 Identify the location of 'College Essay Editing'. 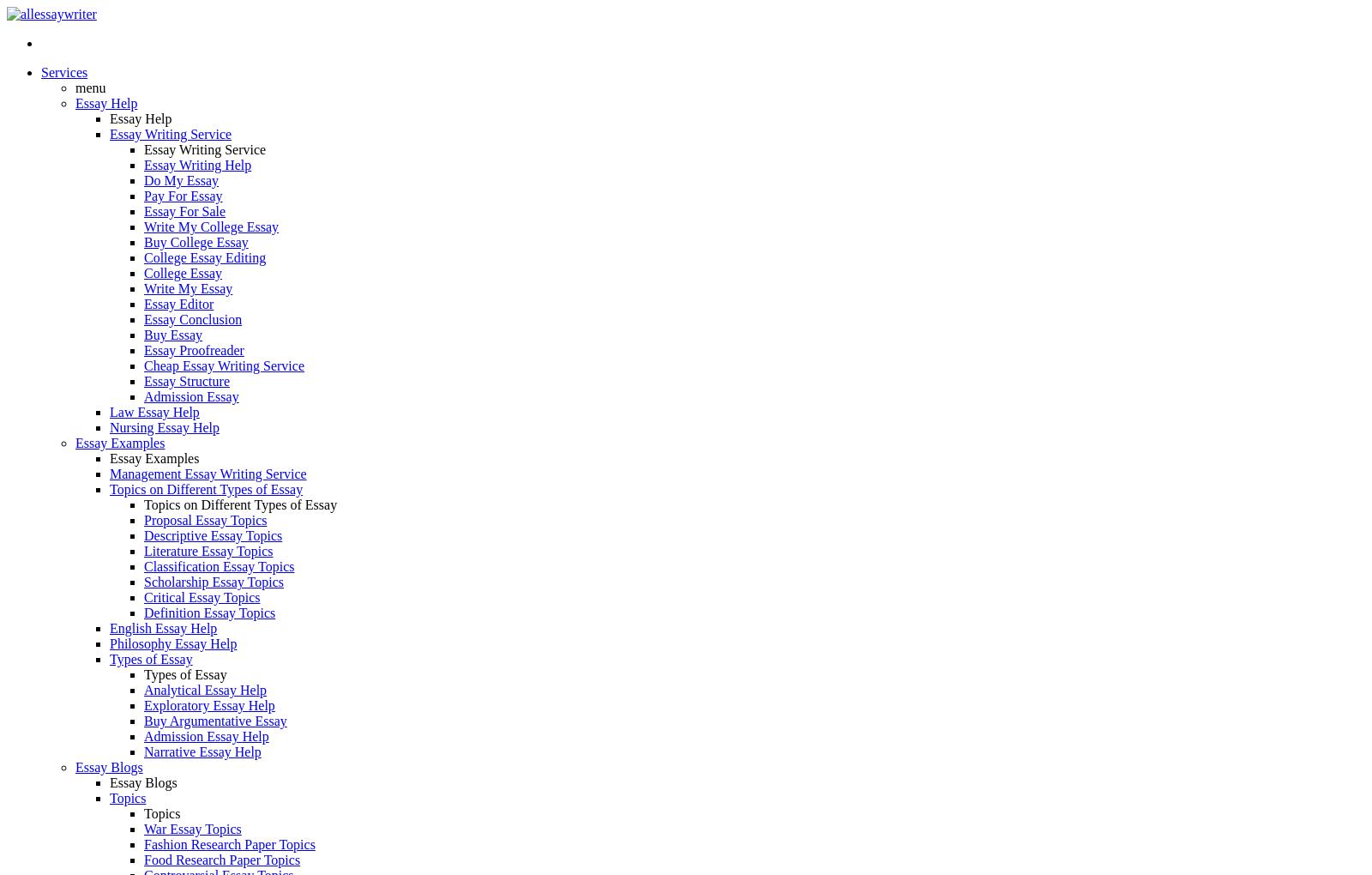
(205, 257).